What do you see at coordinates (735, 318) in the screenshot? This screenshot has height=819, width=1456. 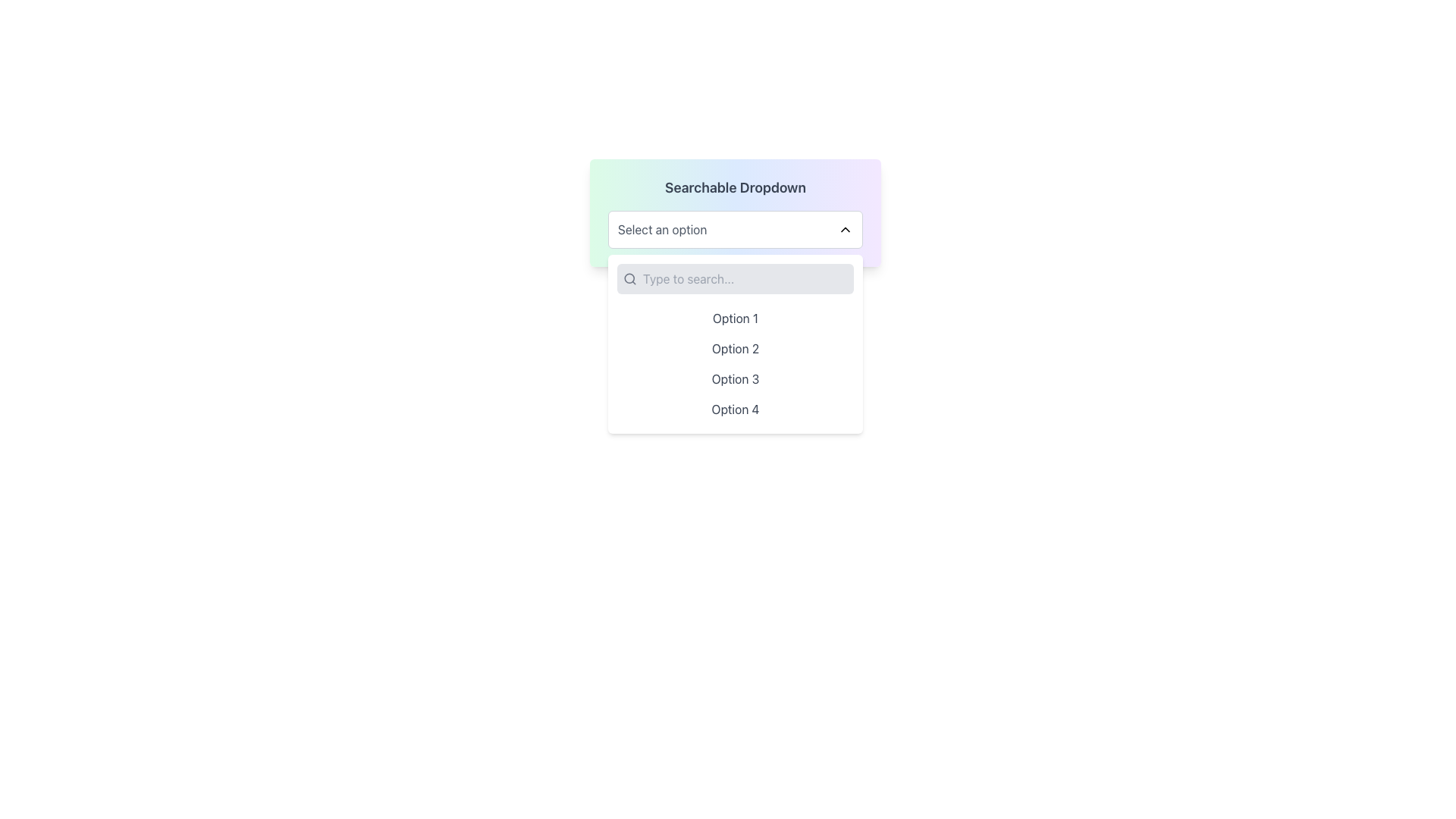 I see `the dropdown menu item labeled 'Option 1'` at bounding box center [735, 318].